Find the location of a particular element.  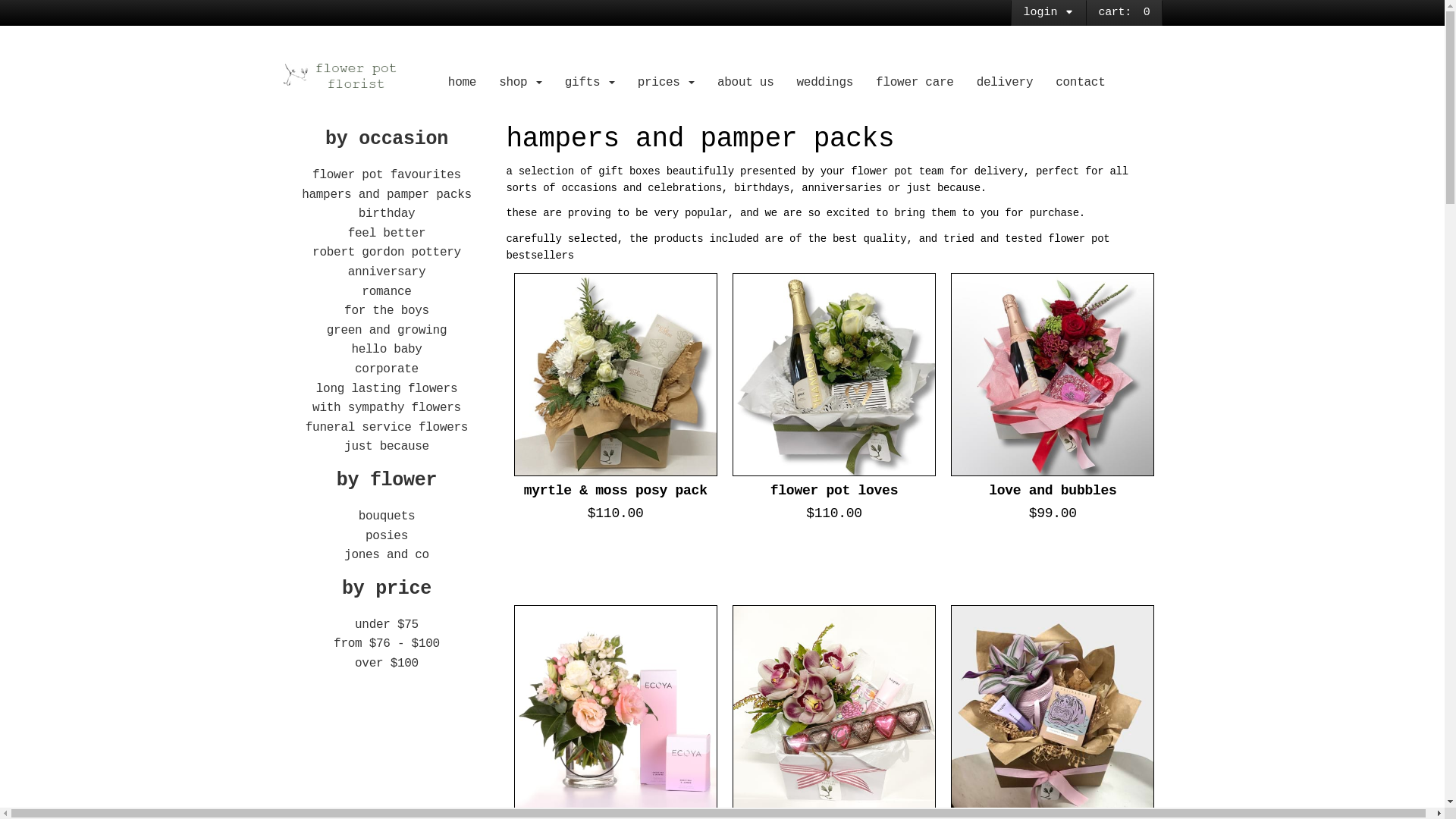

'shop' is located at coordinates (520, 82).